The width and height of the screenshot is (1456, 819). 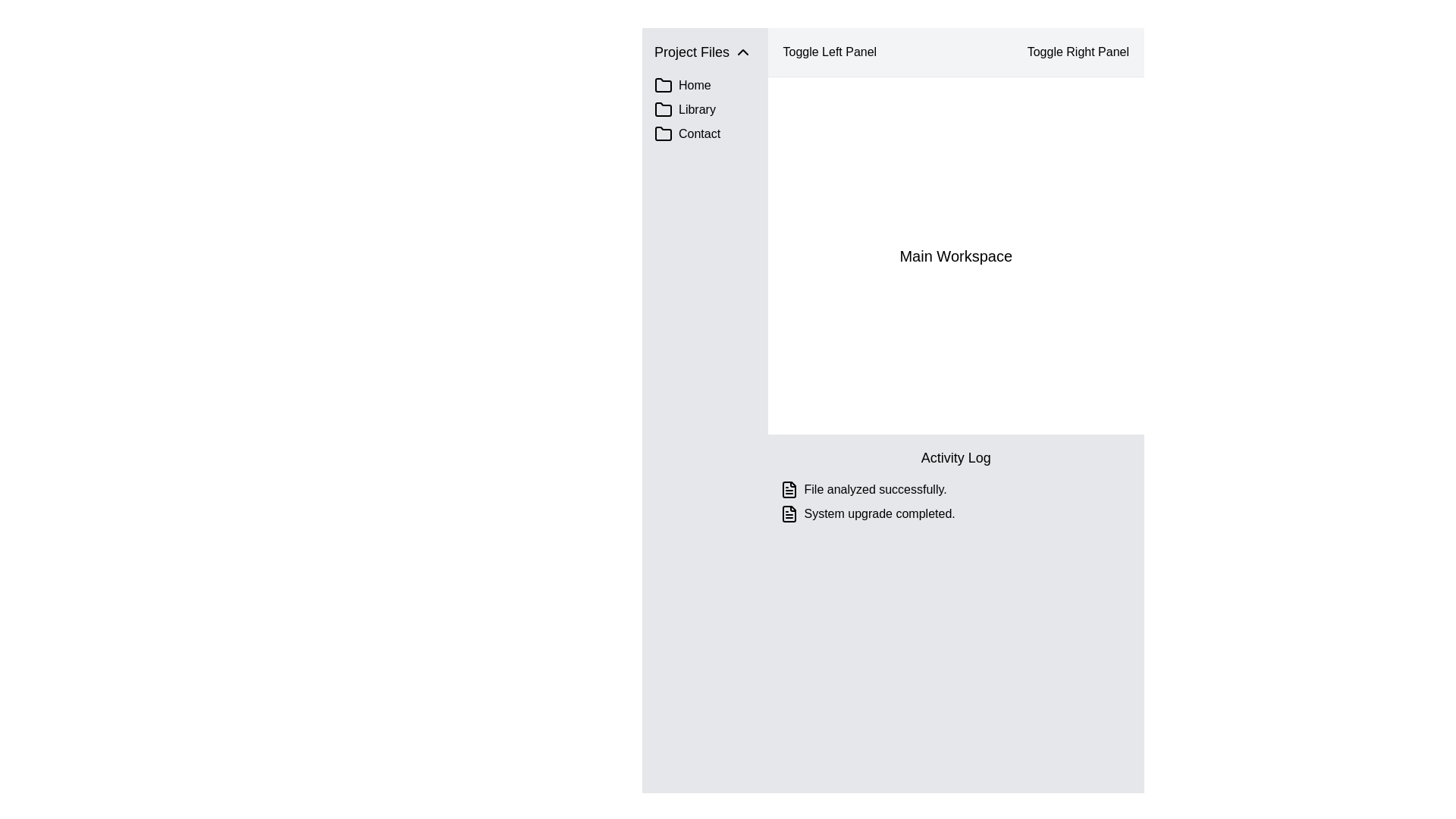 What do you see at coordinates (789, 489) in the screenshot?
I see `the icon resembling a text document located` at bounding box center [789, 489].